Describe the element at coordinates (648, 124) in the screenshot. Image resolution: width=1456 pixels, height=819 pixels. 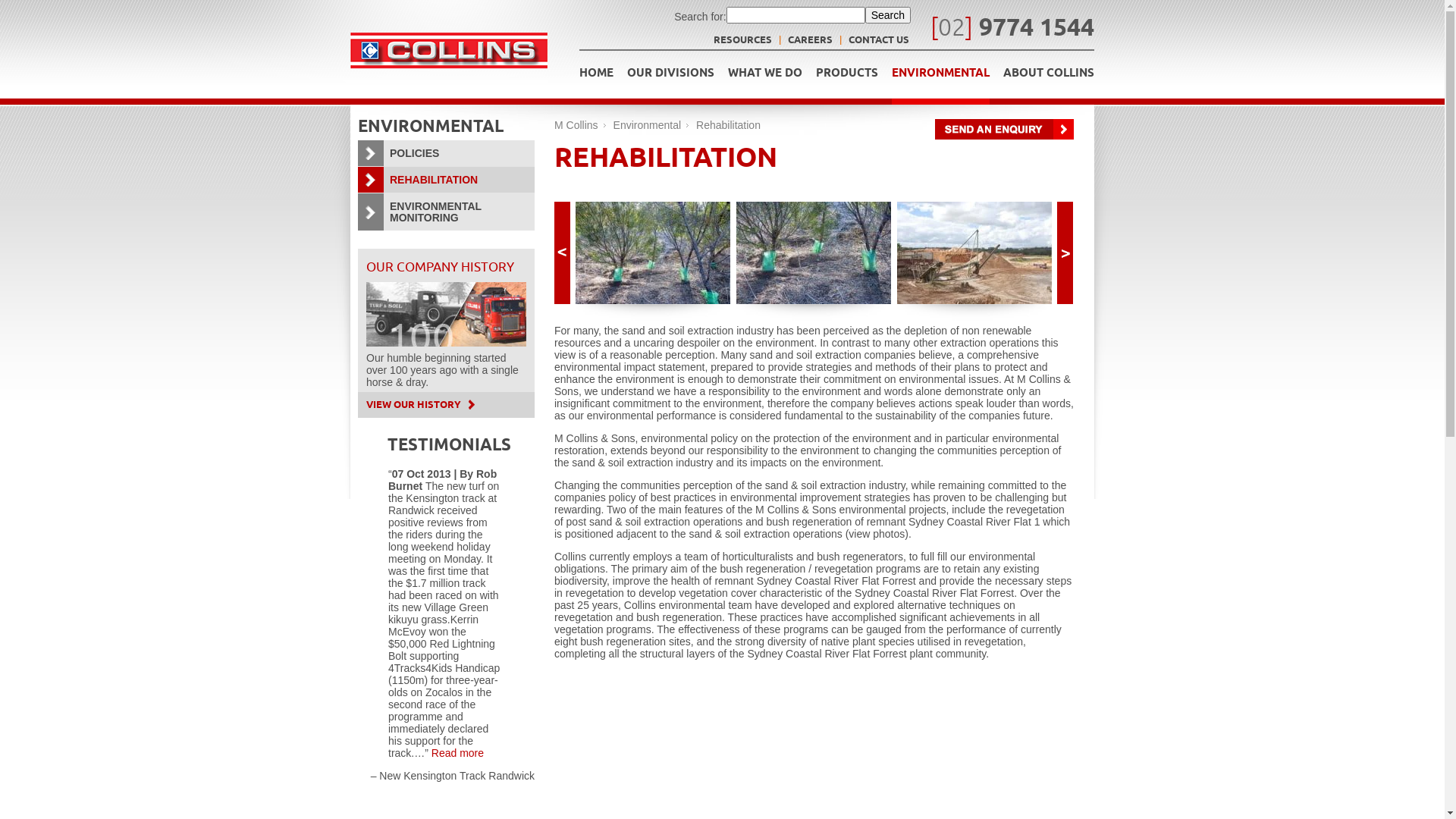
I see `'Environmental'` at that location.